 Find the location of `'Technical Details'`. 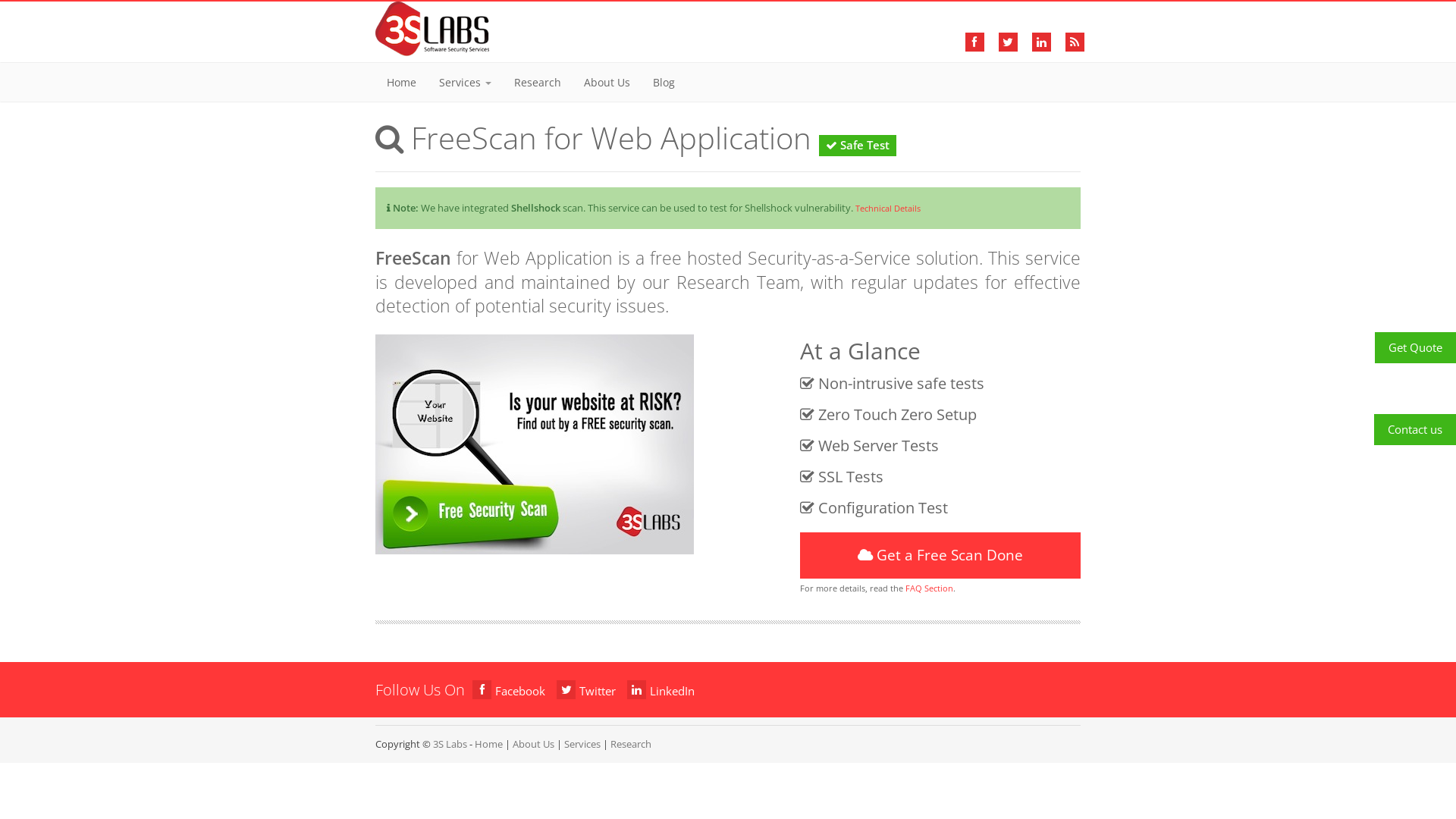

'Technical Details' is located at coordinates (855, 208).